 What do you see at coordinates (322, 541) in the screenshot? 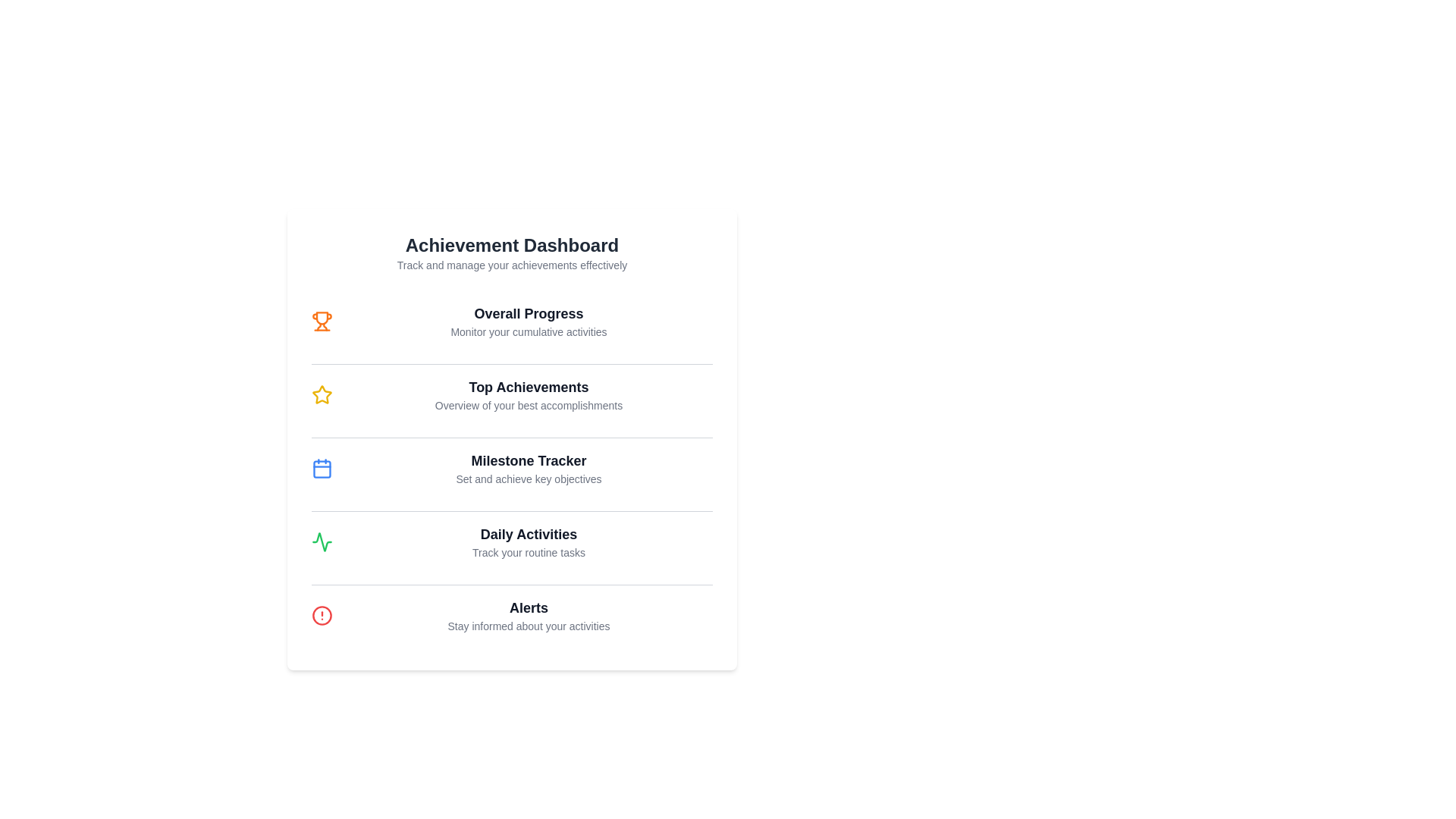
I see `the design of the 'Daily Activities' icon, which represents metrics related to daily tasks and is positioned fourth in the vertical list adjacent to its label` at bounding box center [322, 541].